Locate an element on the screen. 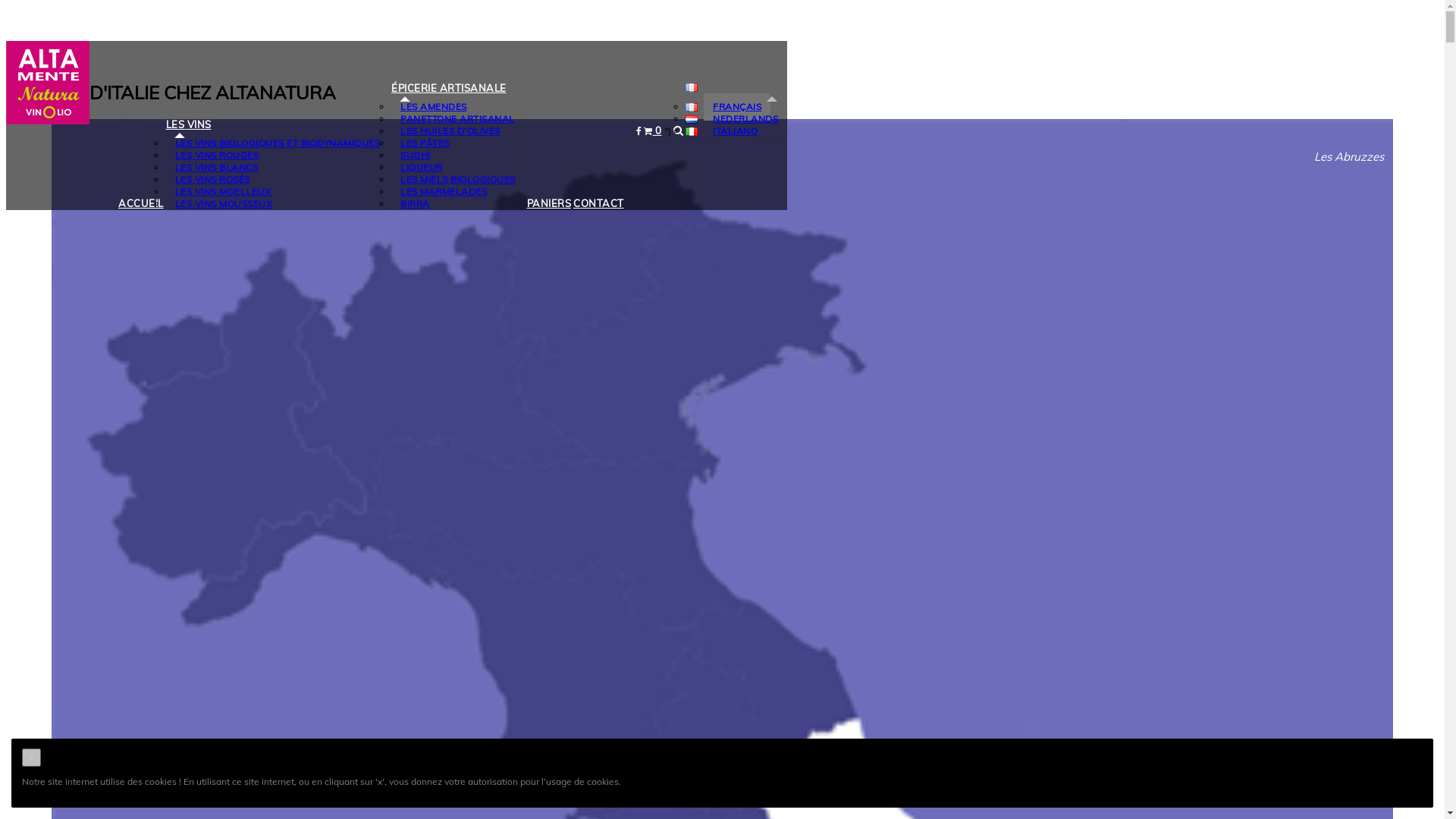  'PANETTONE ARTISANAL' is located at coordinates (457, 118).